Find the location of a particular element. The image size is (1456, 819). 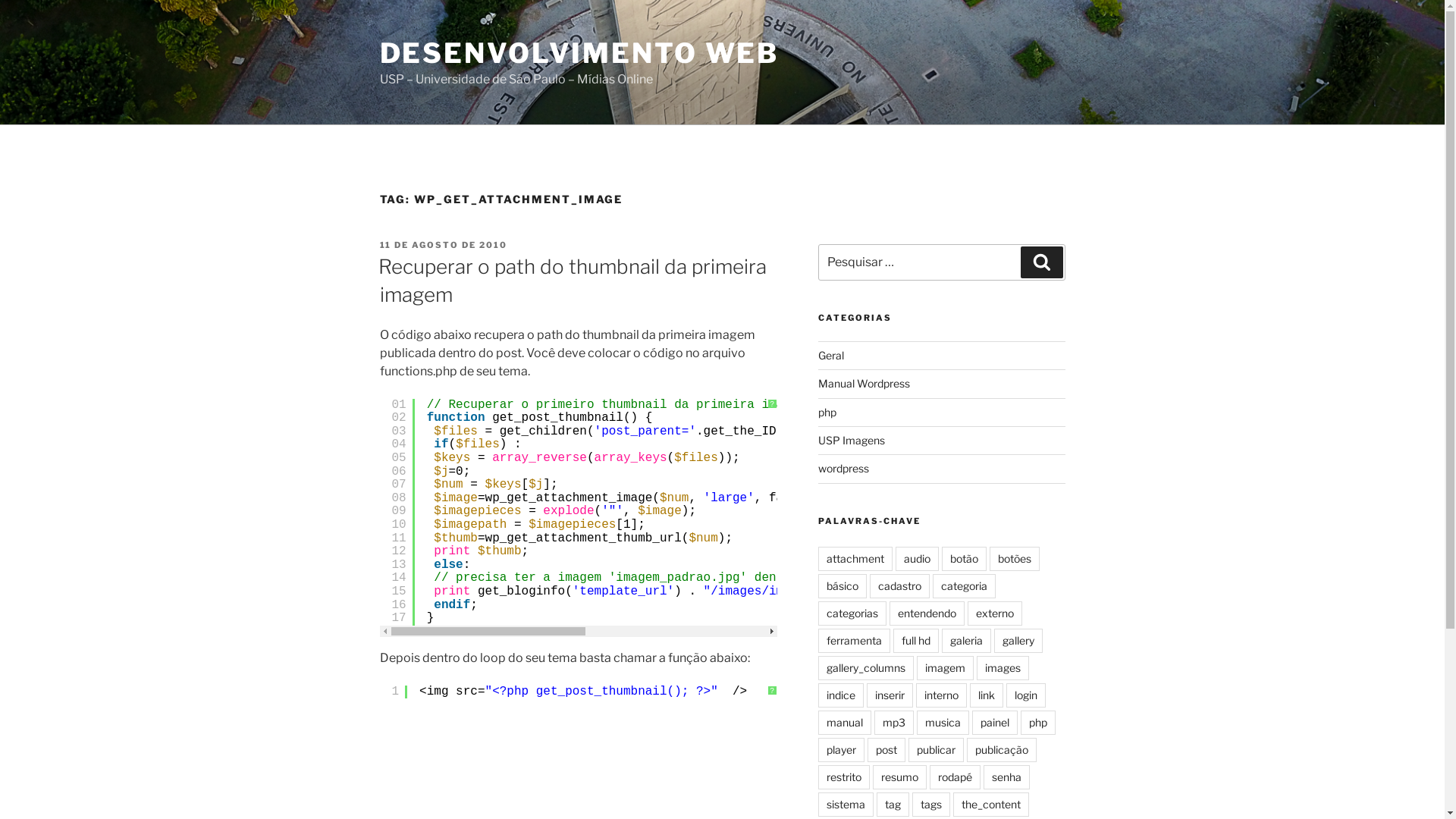

'entendendo' is located at coordinates (926, 613).